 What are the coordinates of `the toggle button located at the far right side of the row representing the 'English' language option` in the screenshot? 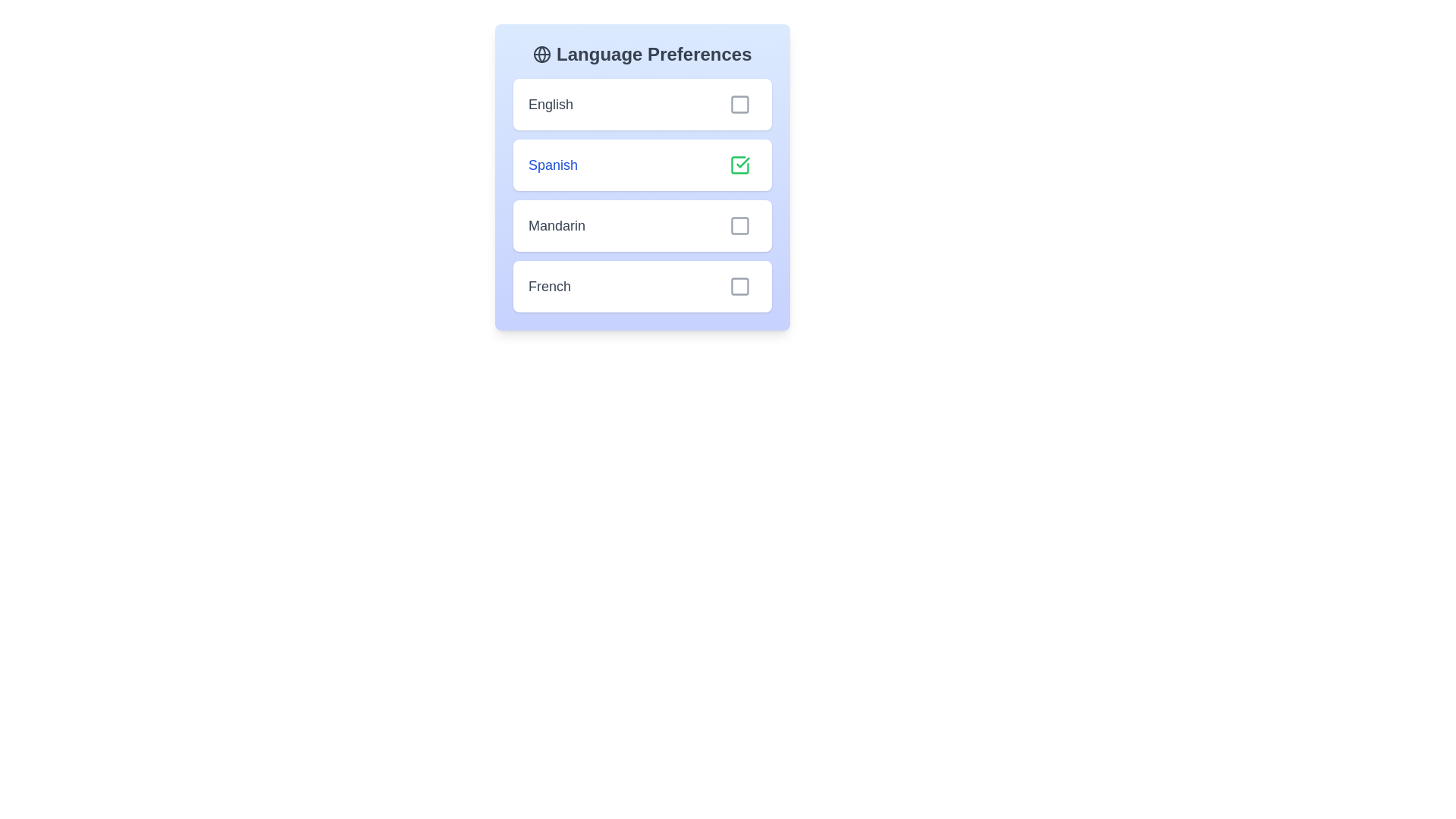 It's located at (739, 104).